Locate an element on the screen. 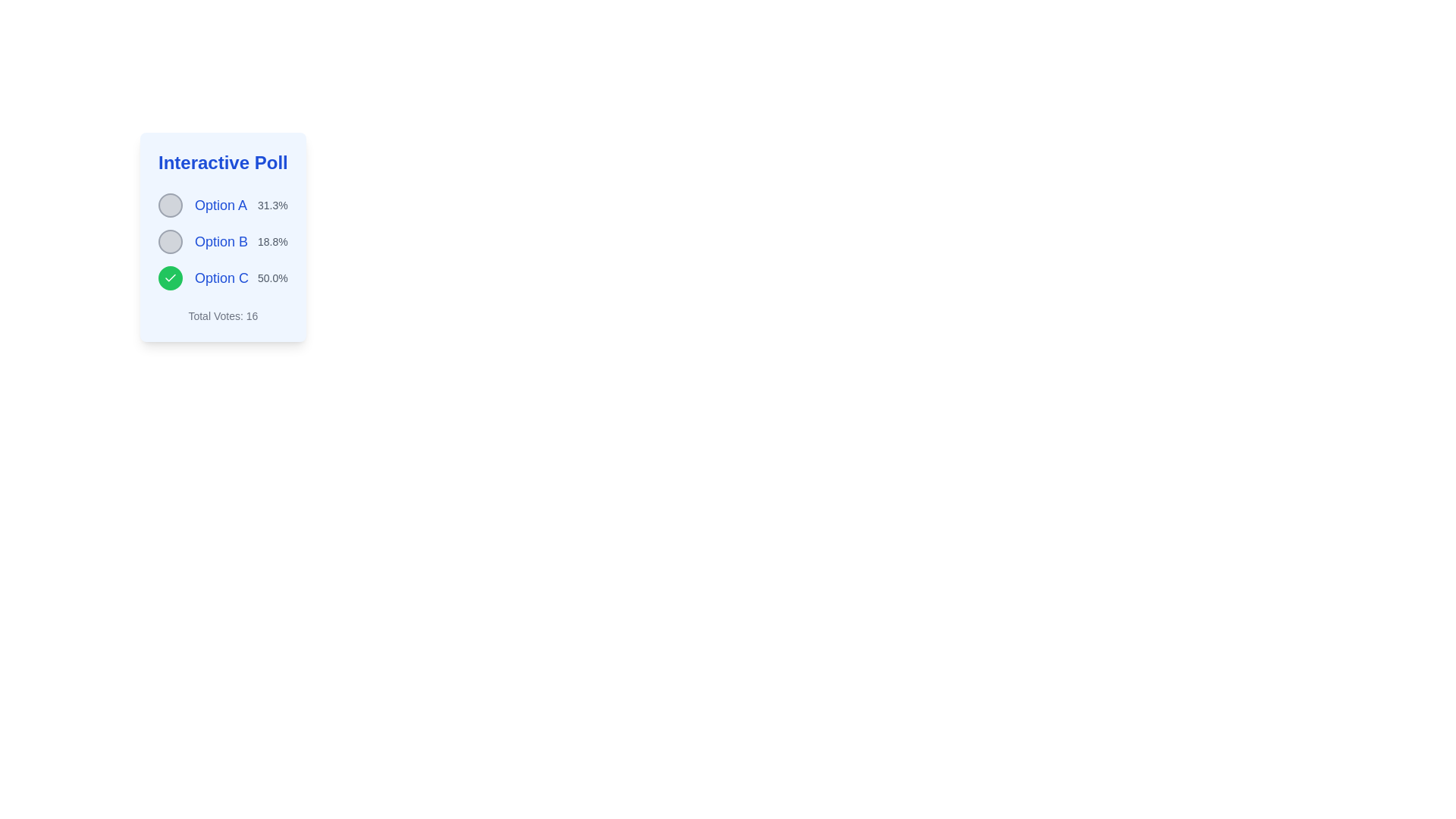 This screenshot has width=1456, height=819. the icon indicating the selected option 'Option C' in the Interactive Poll is located at coordinates (171, 278).